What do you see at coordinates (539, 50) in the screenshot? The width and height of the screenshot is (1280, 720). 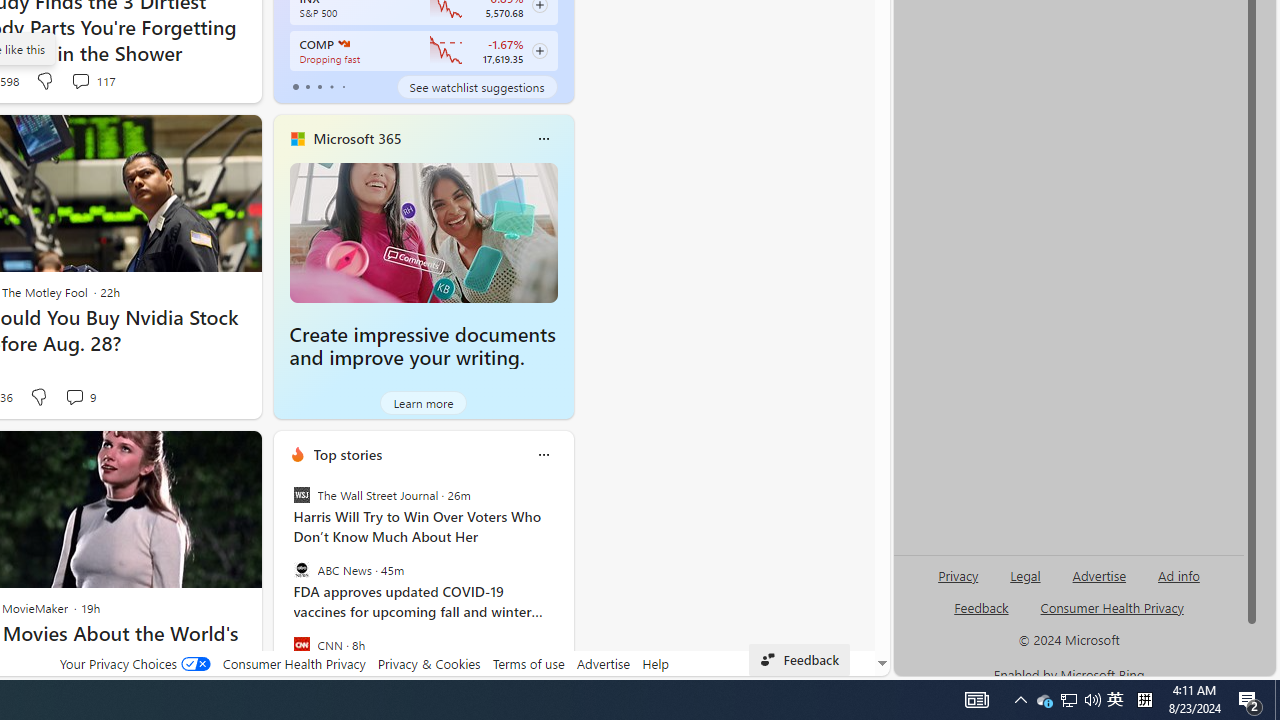 I see `'Class: follow-button  m'` at bounding box center [539, 50].